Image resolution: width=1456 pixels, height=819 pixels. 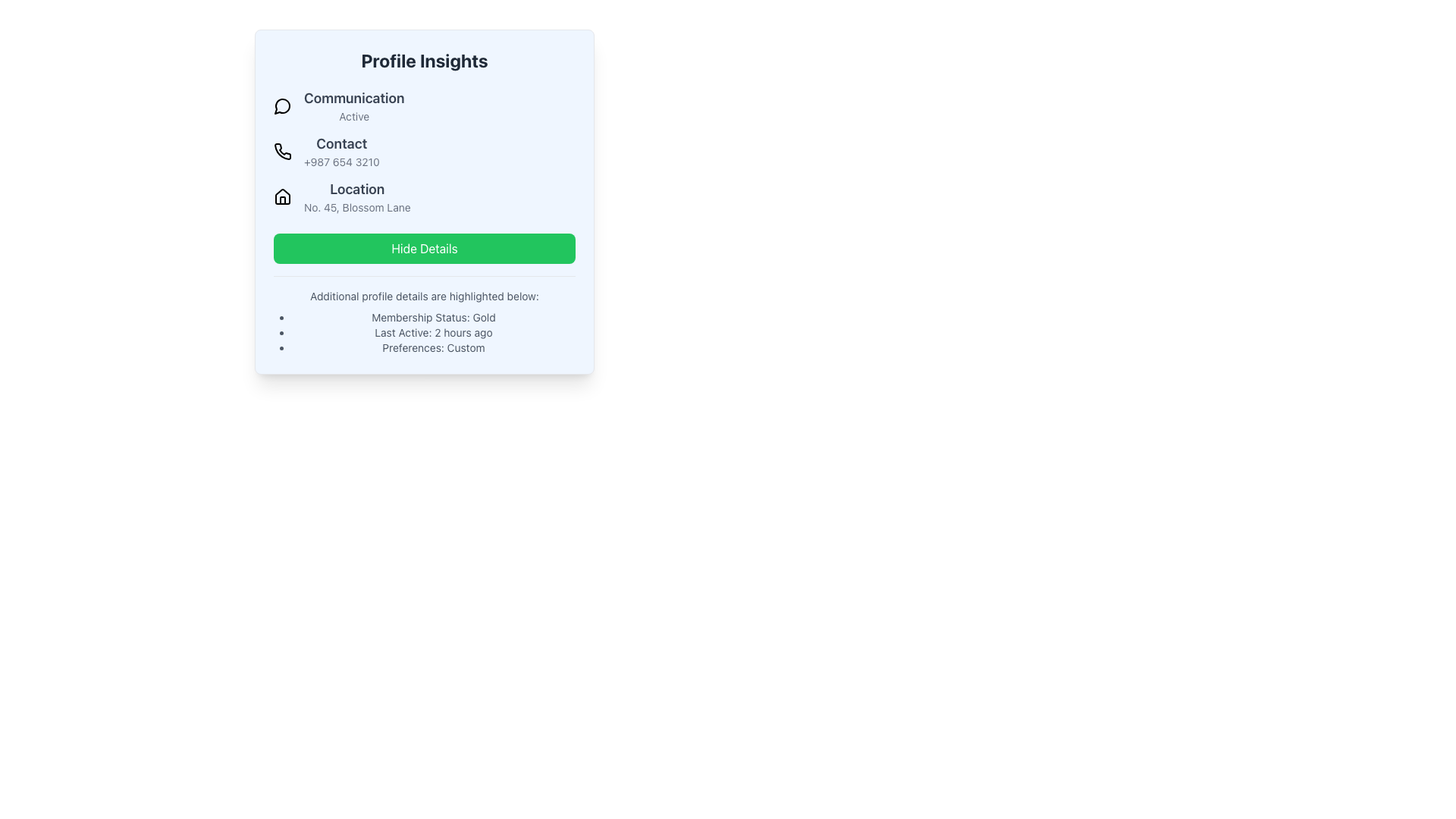 What do you see at coordinates (283, 199) in the screenshot?
I see `the house-shaped icon's graphic element, located on the third row of the profile insights panel next to the 'Location' label` at bounding box center [283, 199].